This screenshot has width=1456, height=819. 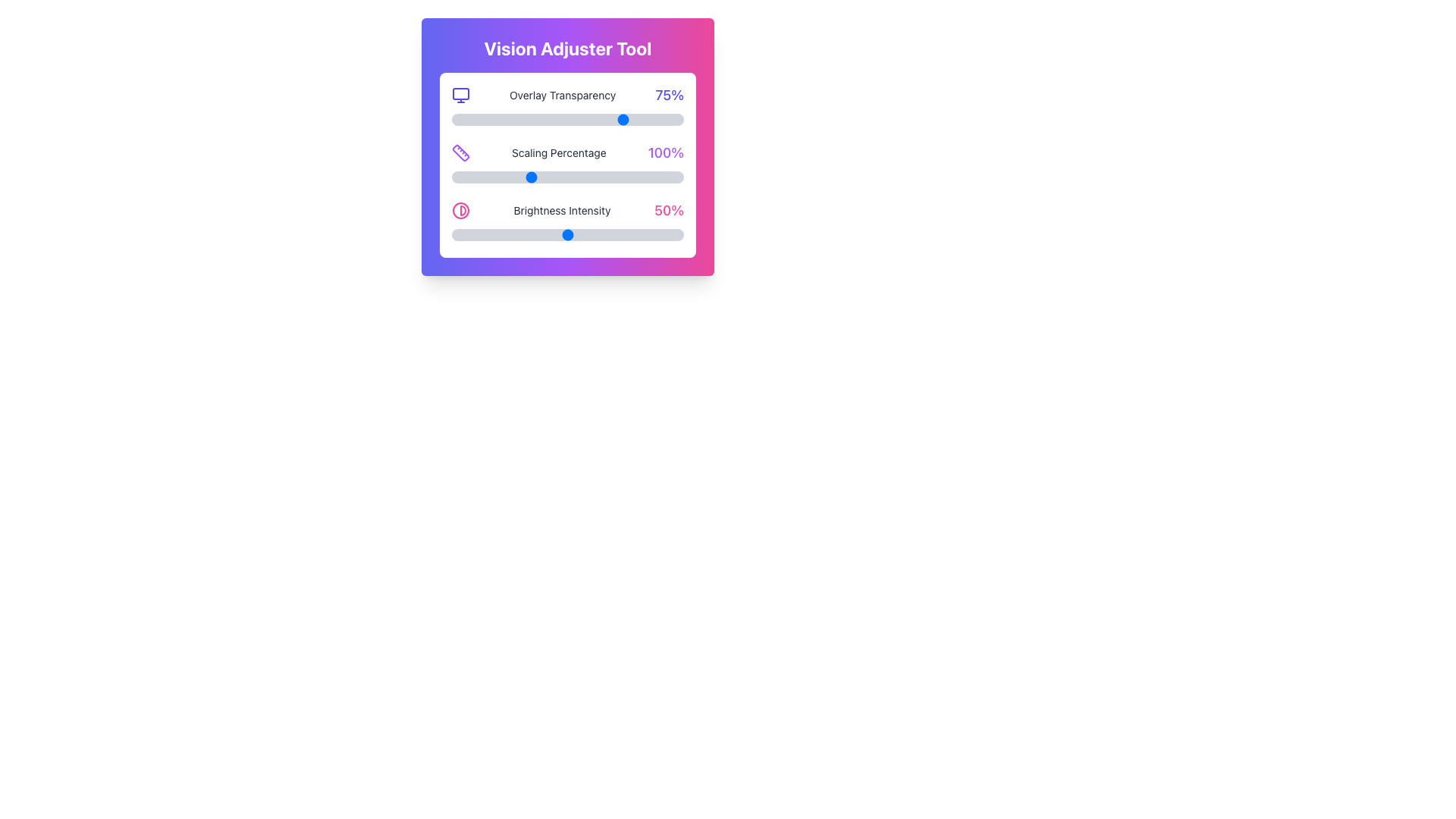 I want to click on the scaling percentage, so click(x=471, y=177).